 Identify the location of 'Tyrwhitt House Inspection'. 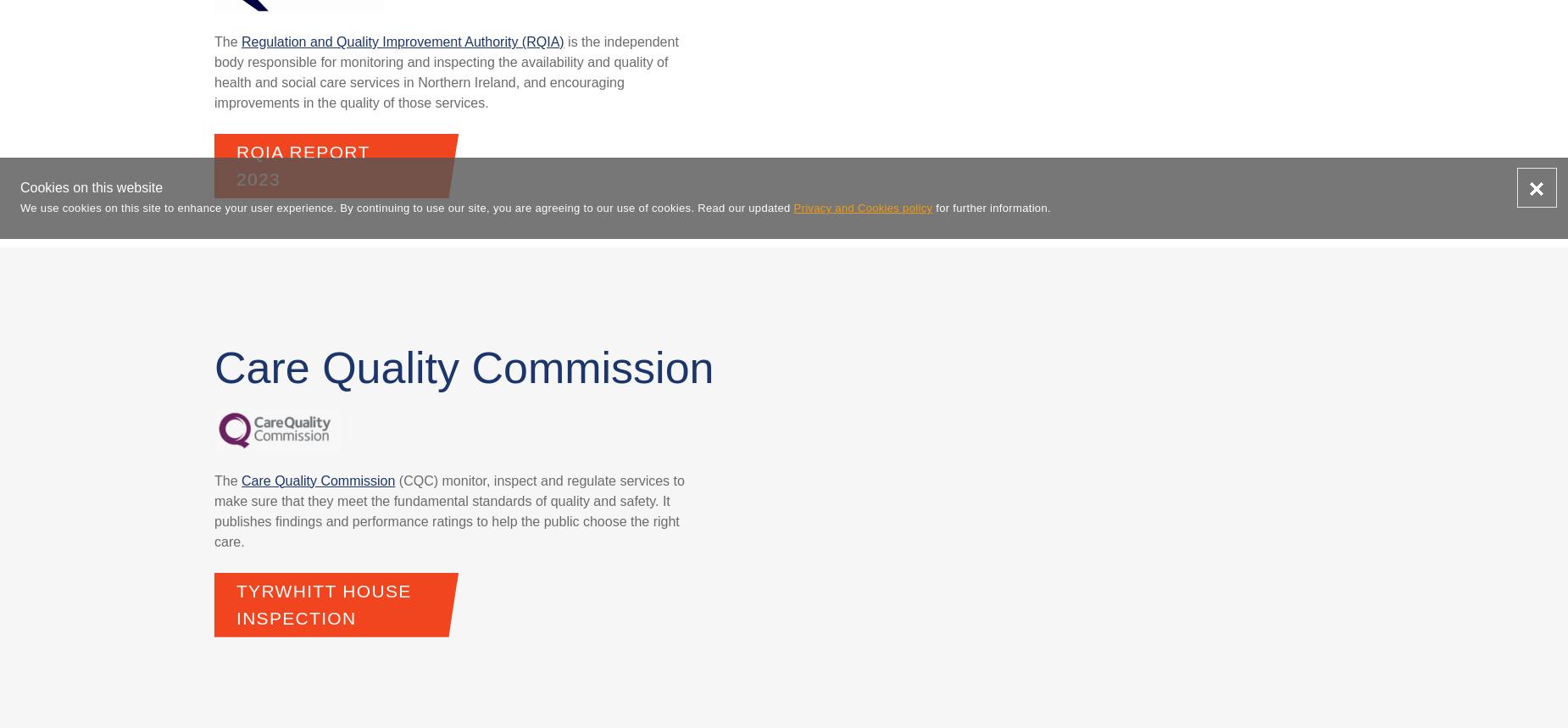
(322, 603).